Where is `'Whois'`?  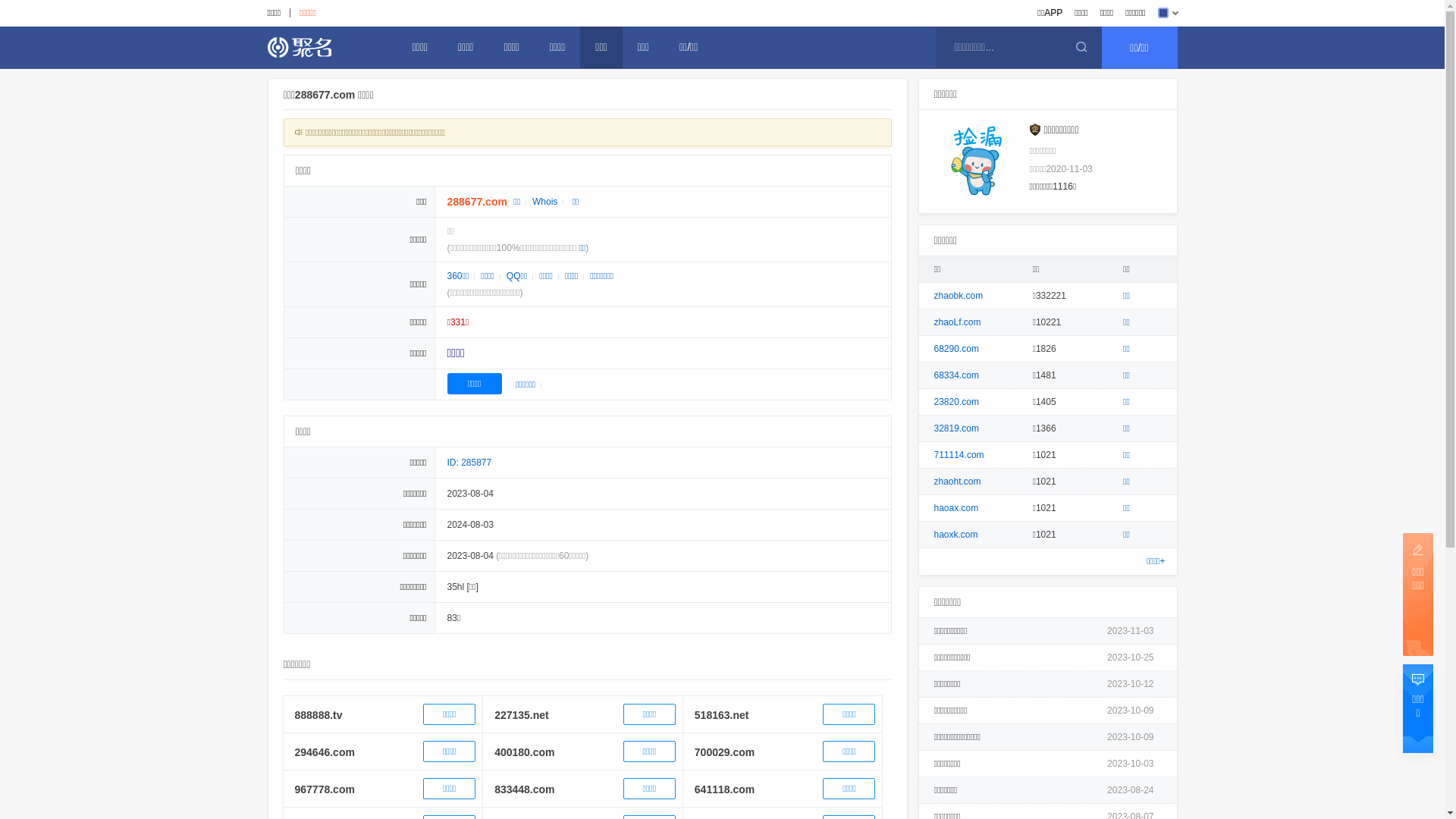
'Whois' is located at coordinates (544, 201).